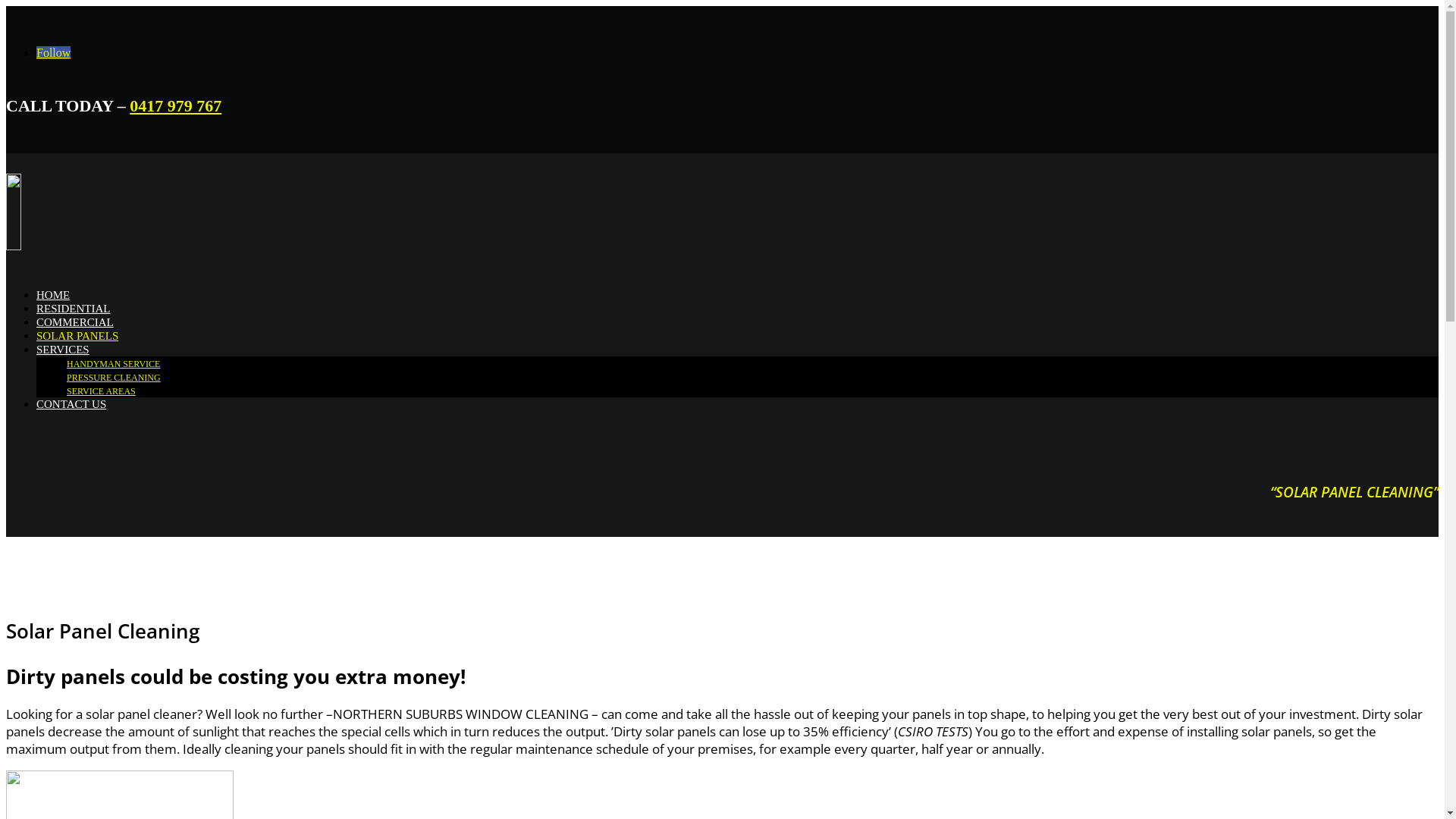 The image size is (1456, 819). I want to click on 'Follow', so click(53, 52).